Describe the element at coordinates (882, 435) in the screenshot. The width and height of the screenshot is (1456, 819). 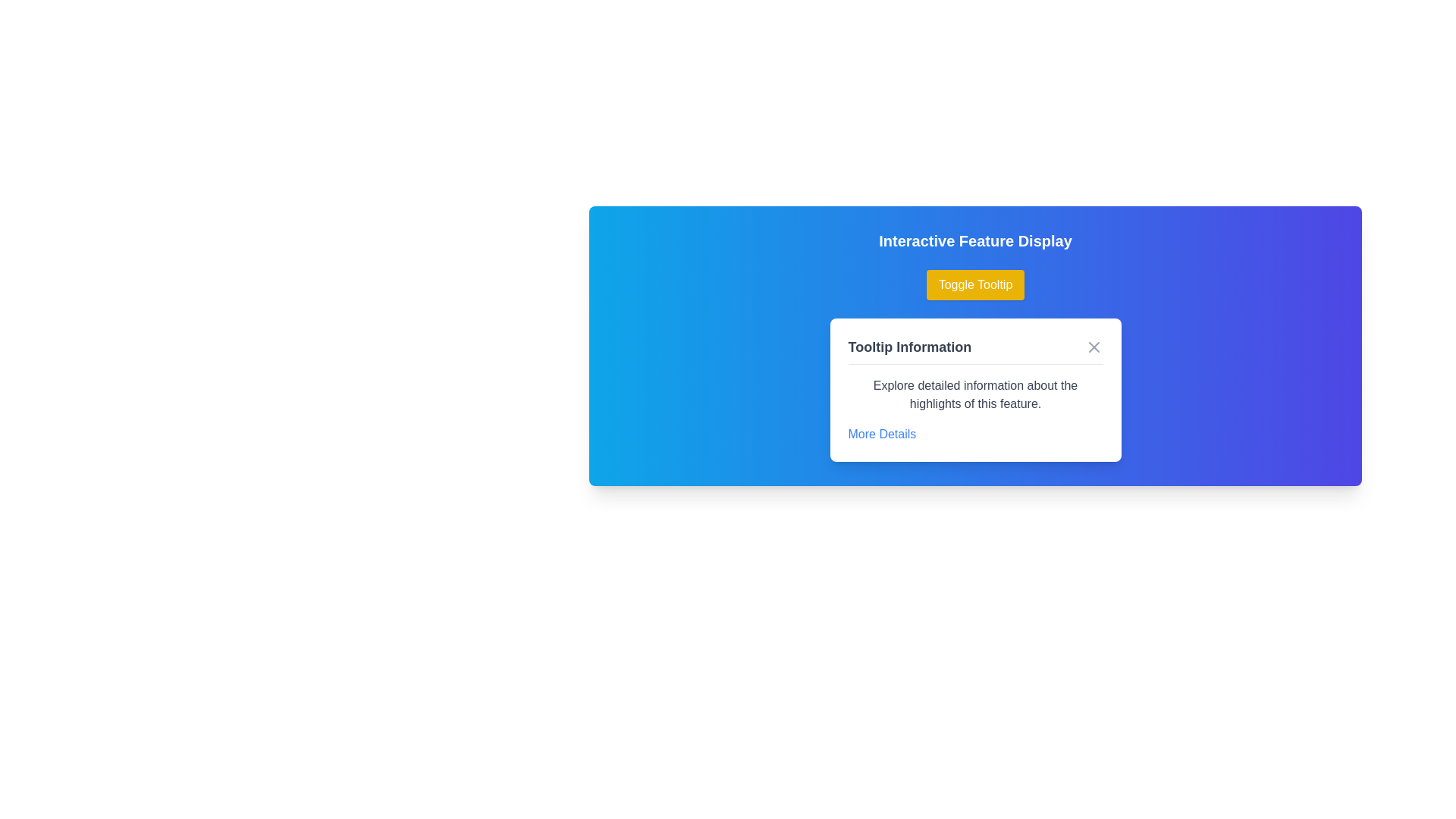
I see `the hyperlink positioned at the lower-left corner of the tooltip box` at that location.